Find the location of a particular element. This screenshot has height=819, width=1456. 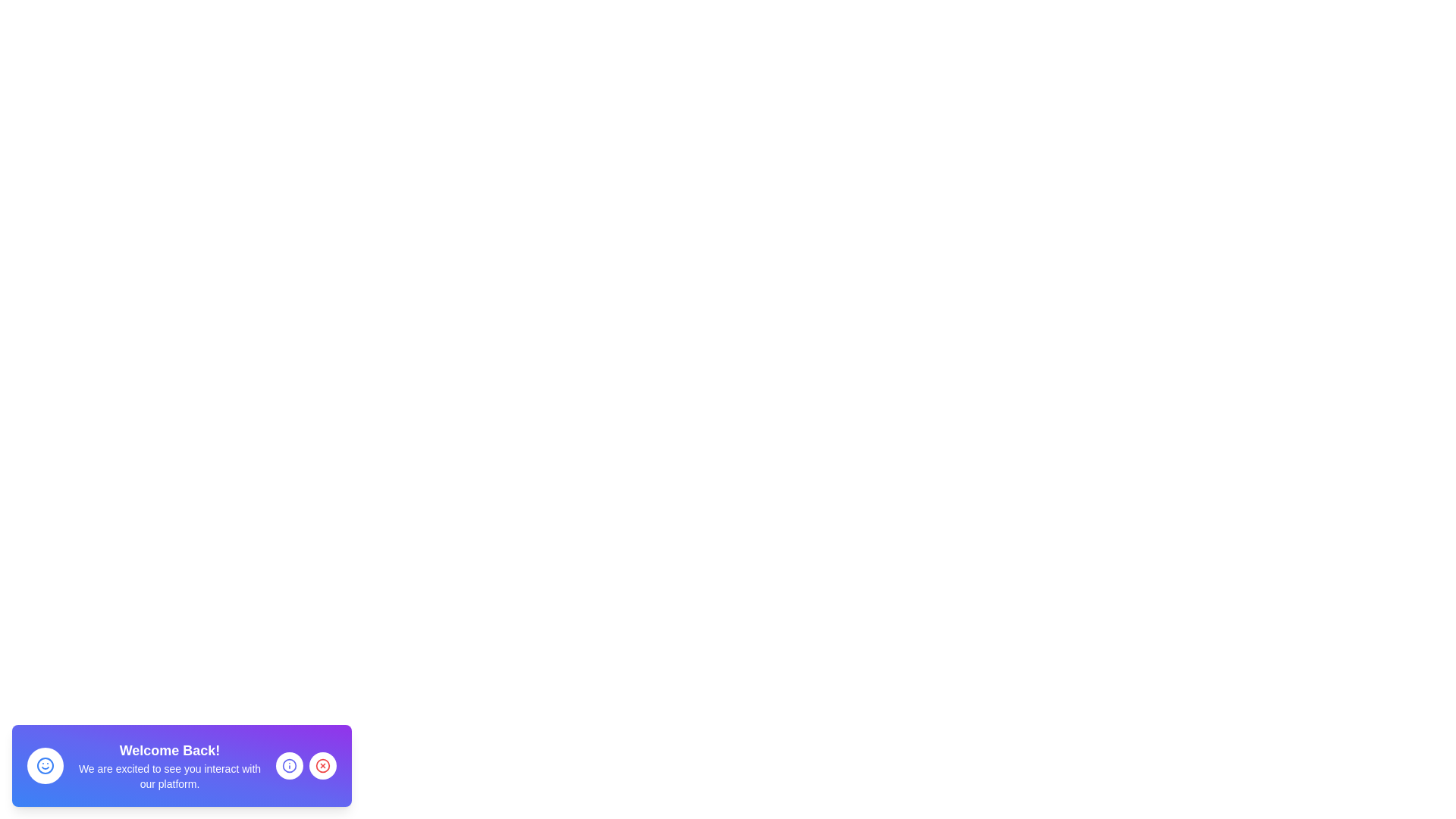

the smiley icon and its associated message is located at coordinates (45, 766).